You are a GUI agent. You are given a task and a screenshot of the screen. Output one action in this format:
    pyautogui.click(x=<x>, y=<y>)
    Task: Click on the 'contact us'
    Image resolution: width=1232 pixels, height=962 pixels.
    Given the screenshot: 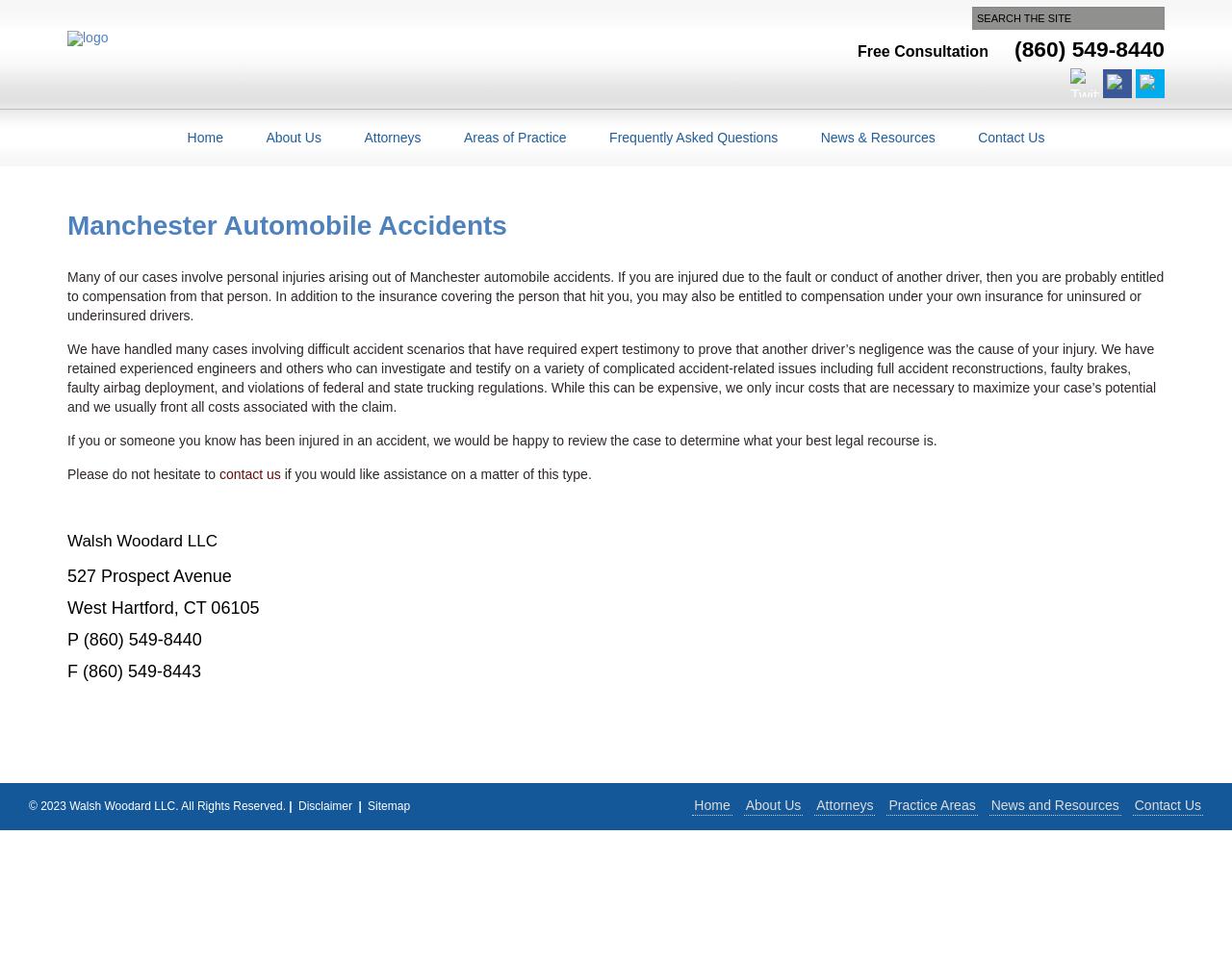 What is the action you would take?
    pyautogui.click(x=218, y=472)
    